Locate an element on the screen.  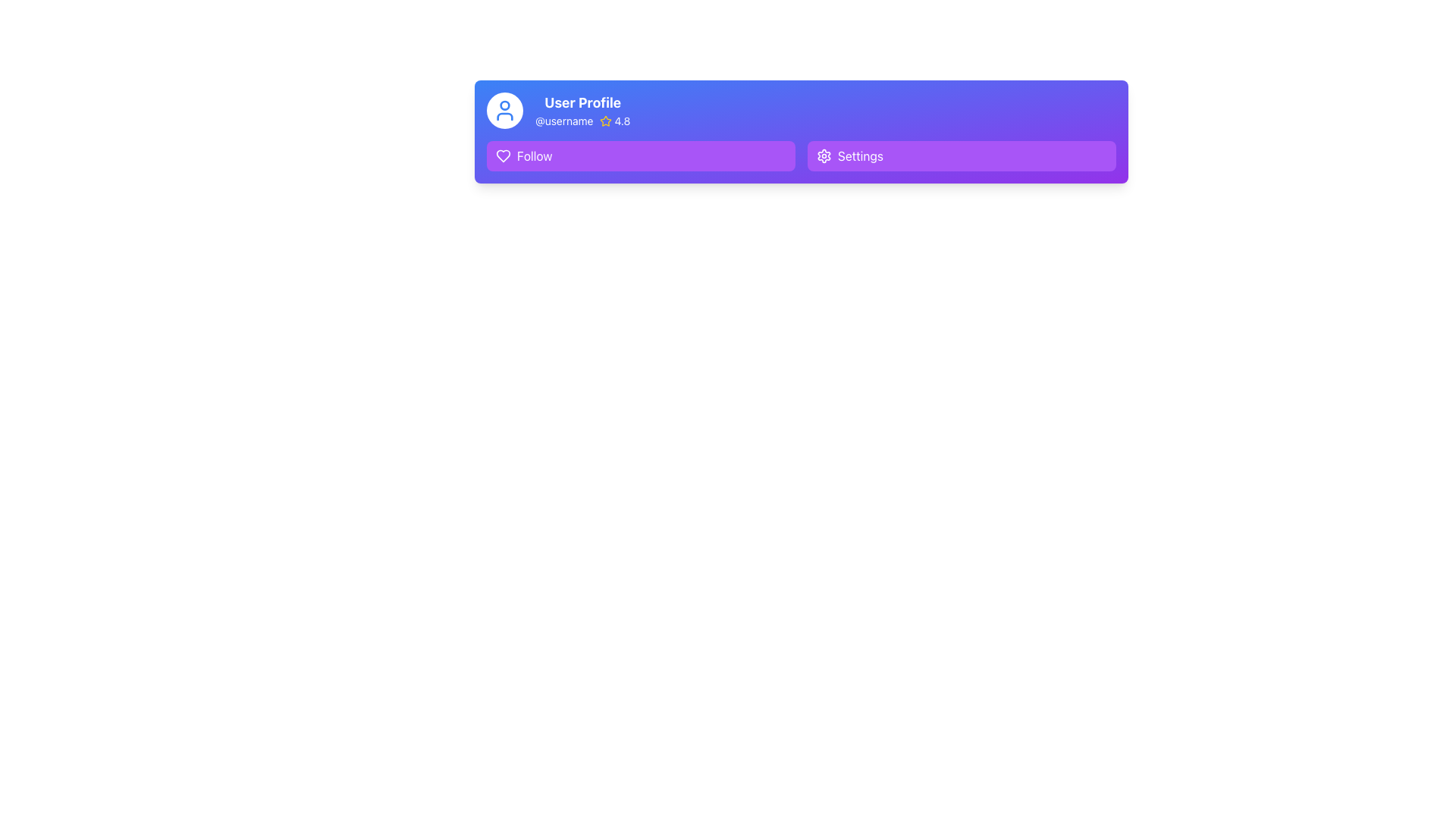
contents of the user profile composite element displaying the username '@username', rating '4.8', and star icon is located at coordinates (582, 120).